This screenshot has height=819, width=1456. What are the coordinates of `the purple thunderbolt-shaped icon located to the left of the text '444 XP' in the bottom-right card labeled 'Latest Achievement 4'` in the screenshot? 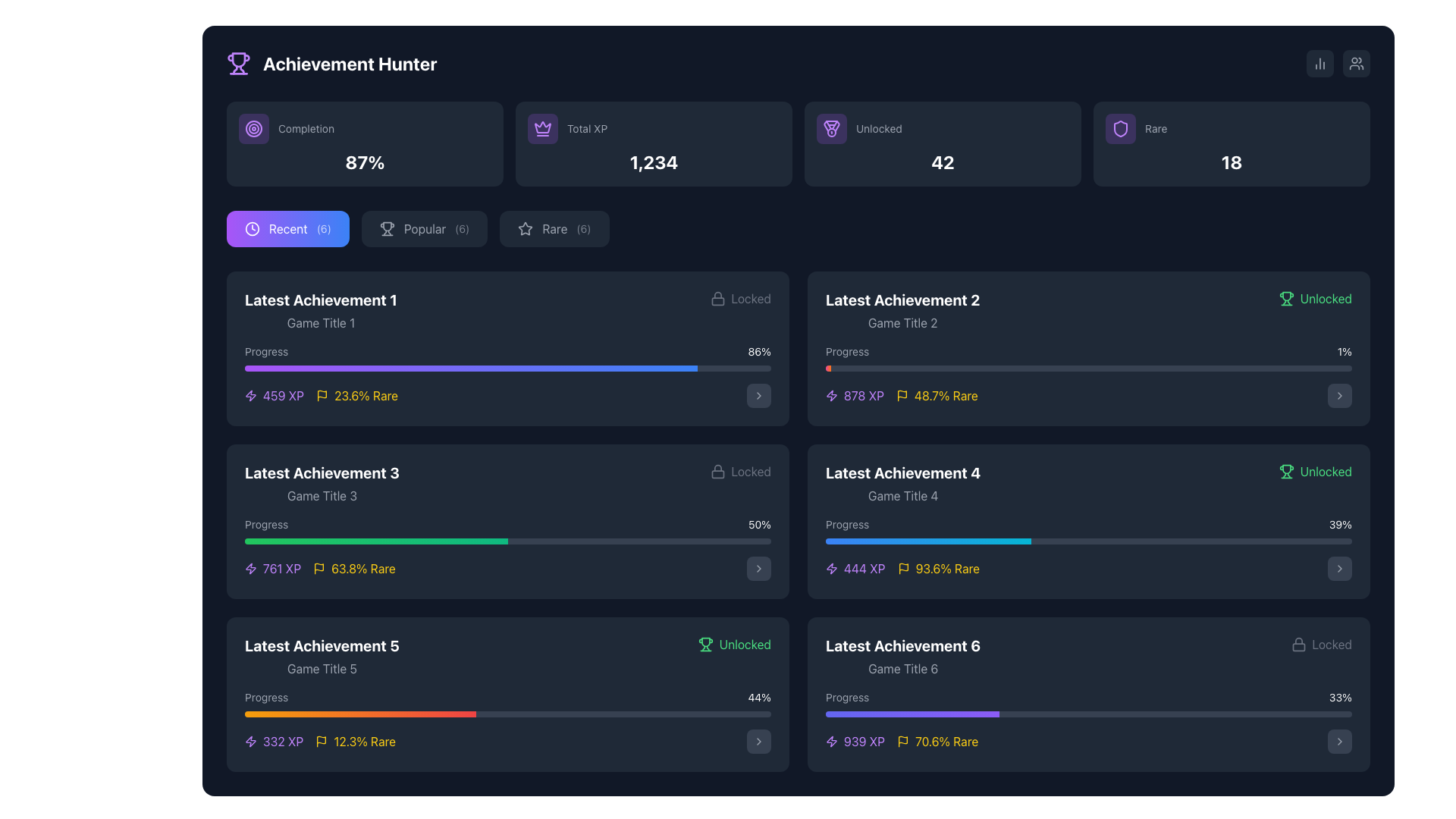 It's located at (831, 568).